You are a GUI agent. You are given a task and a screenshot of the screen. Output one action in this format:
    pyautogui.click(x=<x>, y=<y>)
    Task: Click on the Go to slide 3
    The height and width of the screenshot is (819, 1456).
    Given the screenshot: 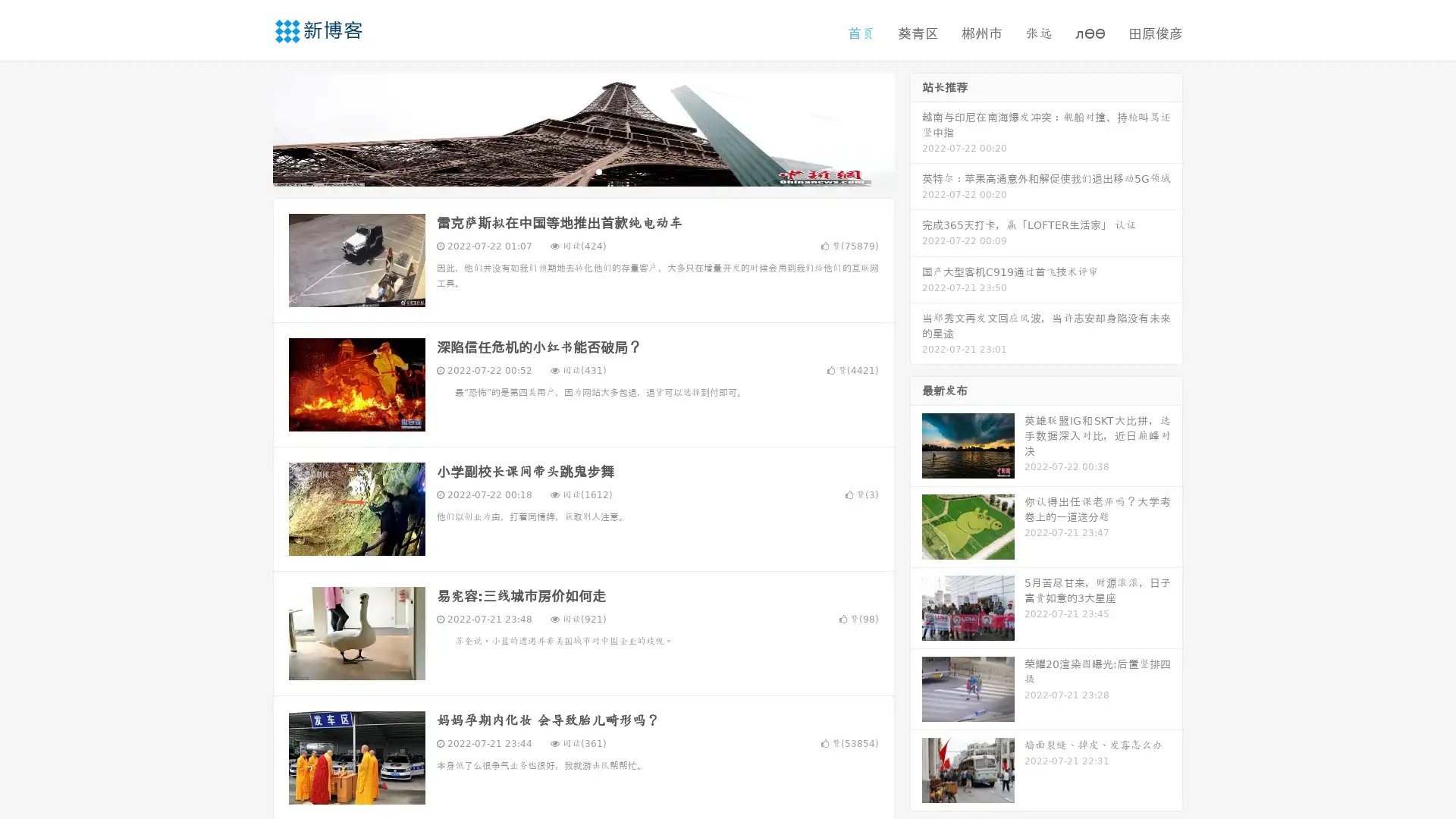 What is the action you would take?
    pyautogui.click(x=598, y=171)
    